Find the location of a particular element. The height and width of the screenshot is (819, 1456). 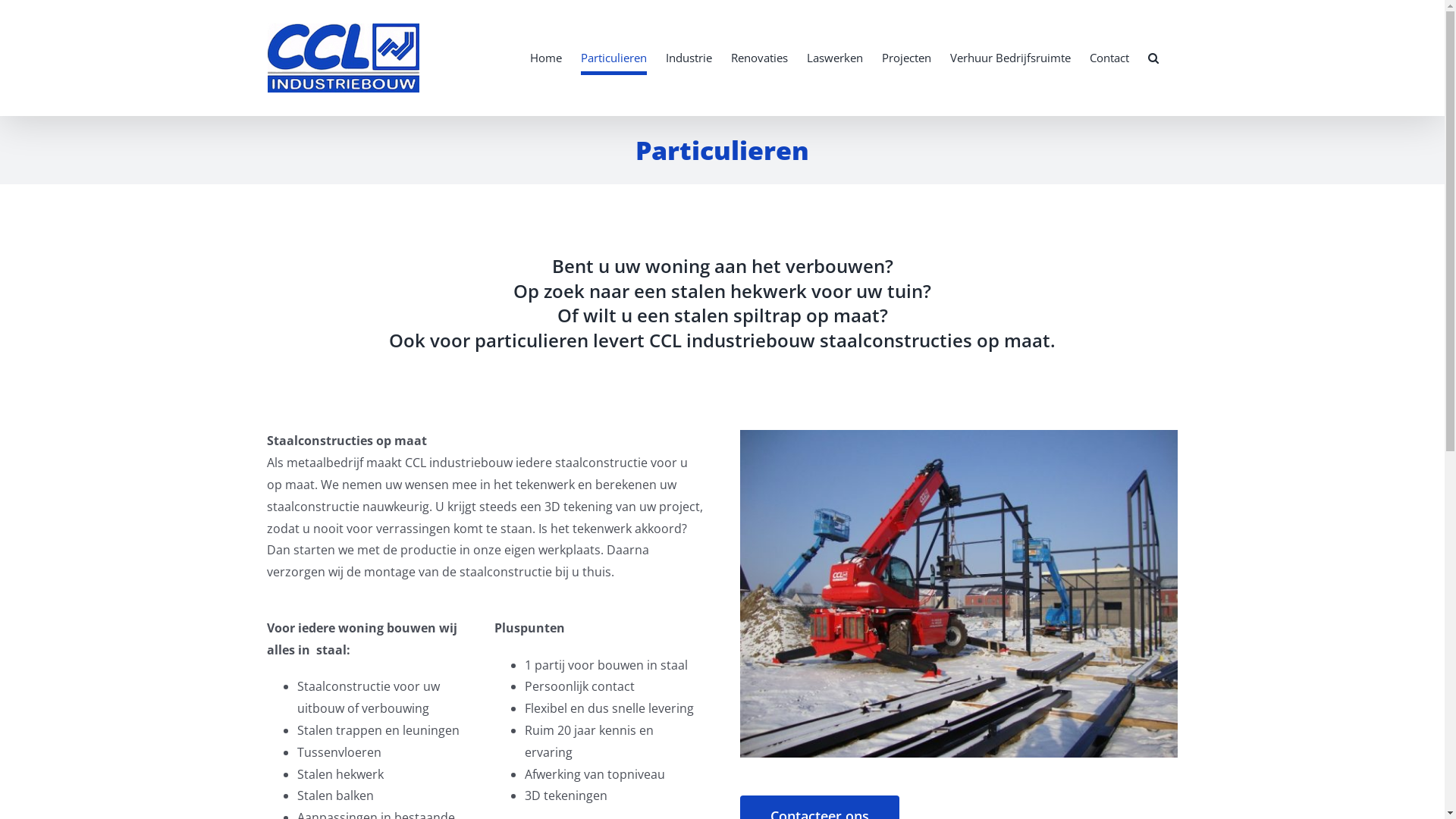

'Staalconstructie dag 1 022' is located at coordinates (739, 593).